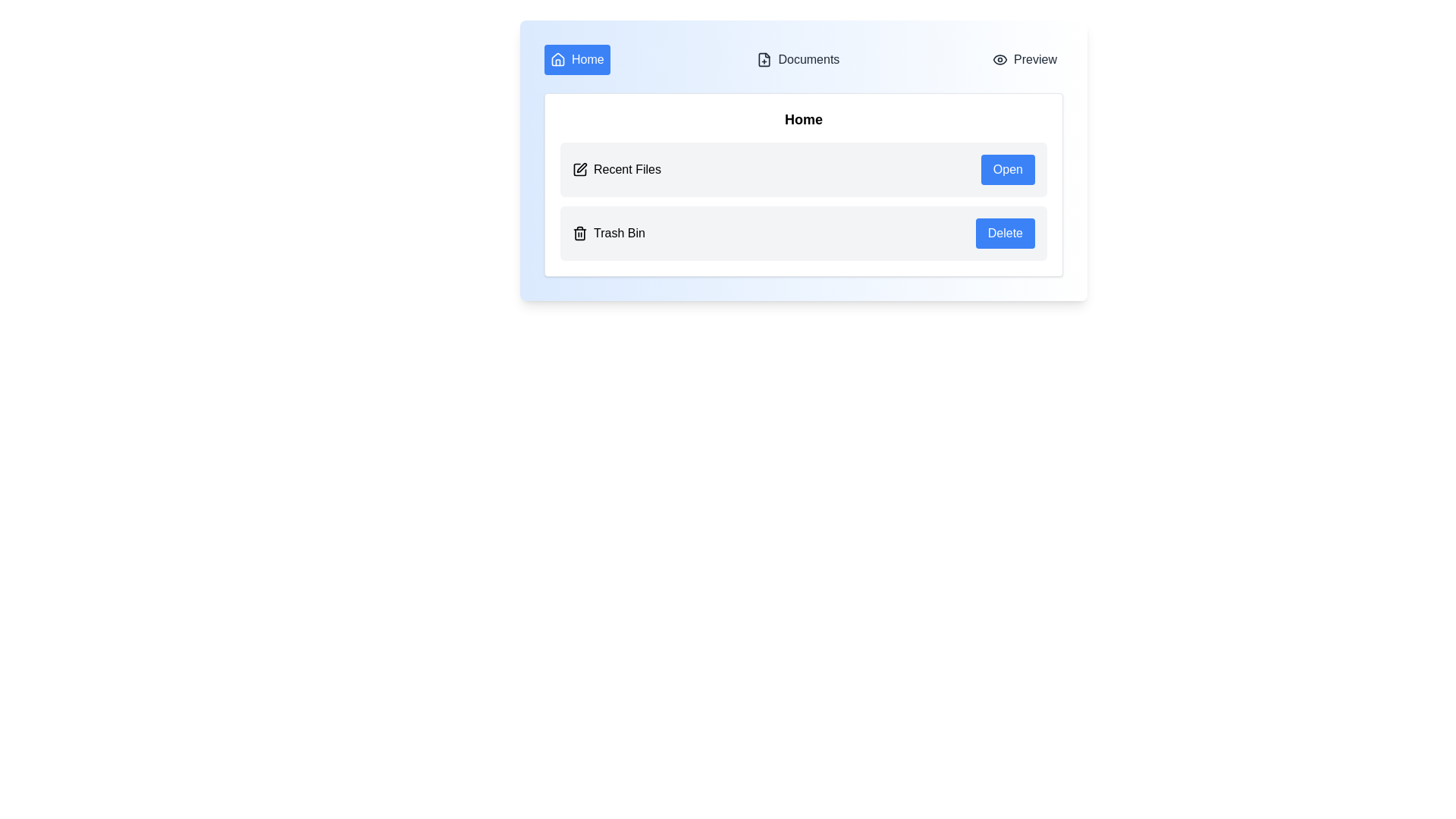 The width and height of the screenshot is (1456, 819). What do you see at coordinates (587, 58) in the screenshot?
I see `the encompassing button that includes the 'Home' text label, which is part of the navigation bar and situated next to the house icon` at bounding box center [587, 58].